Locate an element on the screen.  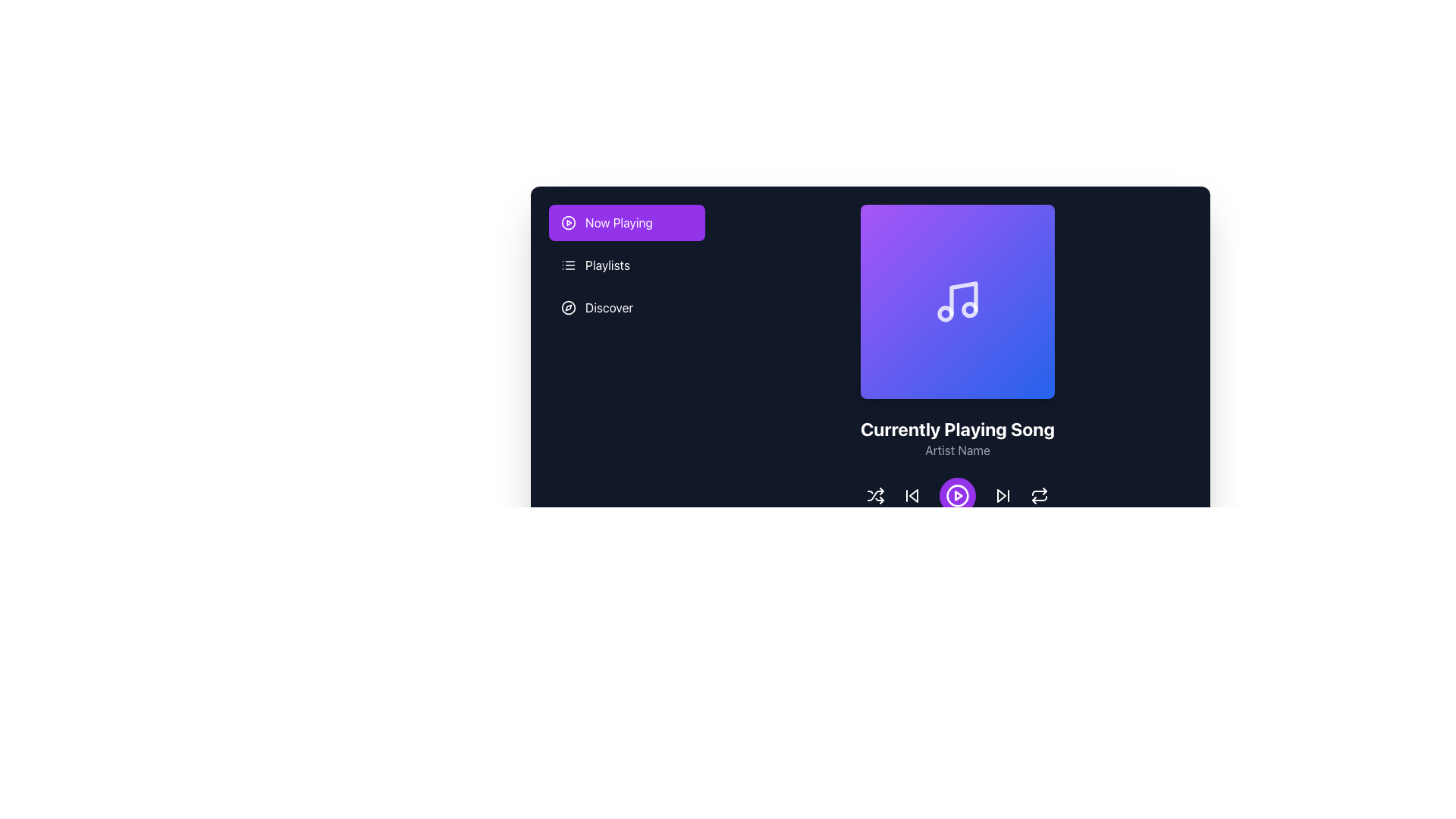
the circular button with a purple background and white play icon located in the center of the media playback controls is located at coordinates (956, 496).